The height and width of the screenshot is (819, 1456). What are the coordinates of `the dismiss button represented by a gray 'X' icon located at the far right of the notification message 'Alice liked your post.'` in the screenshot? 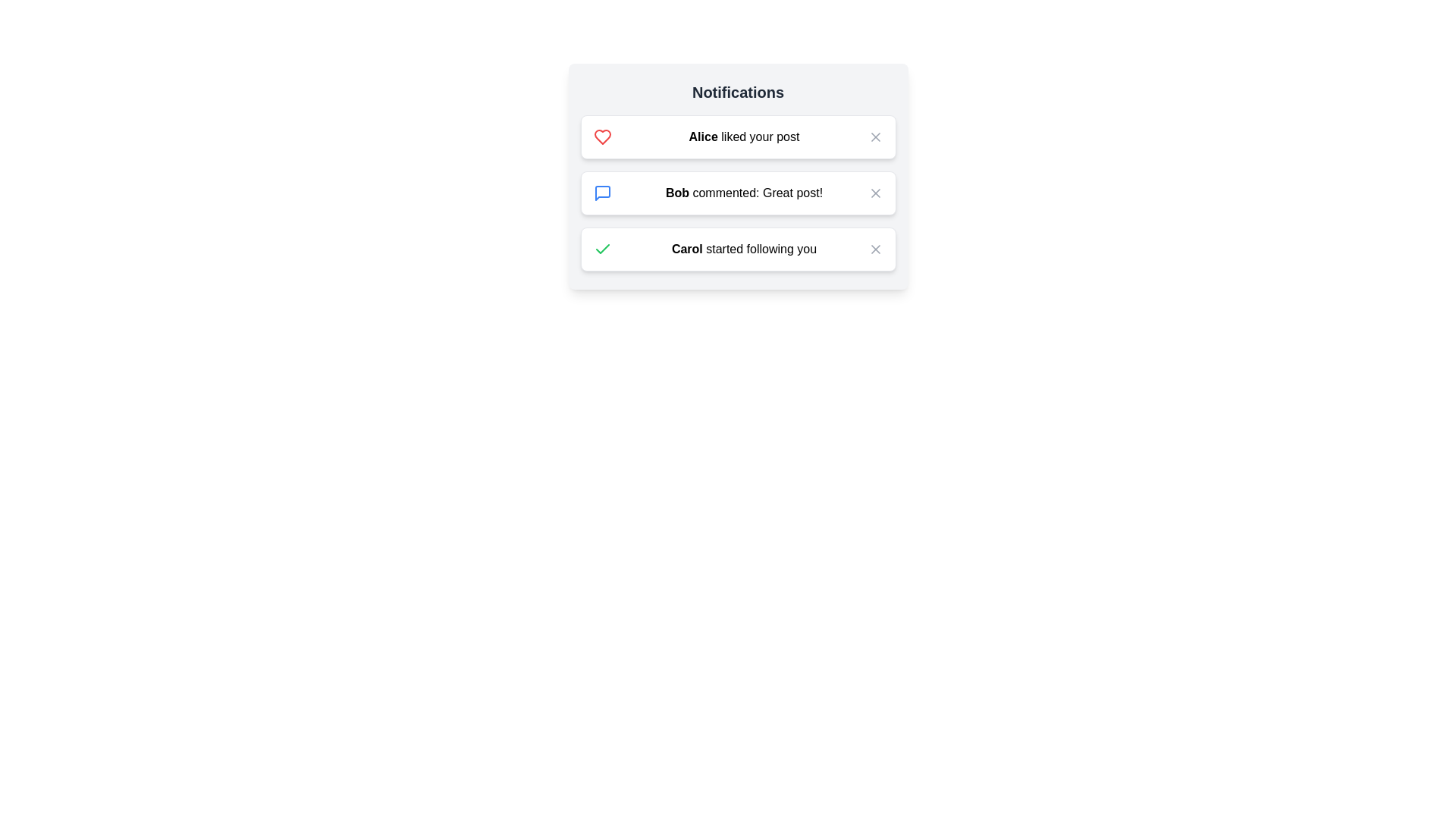 It's located at (875, 137).